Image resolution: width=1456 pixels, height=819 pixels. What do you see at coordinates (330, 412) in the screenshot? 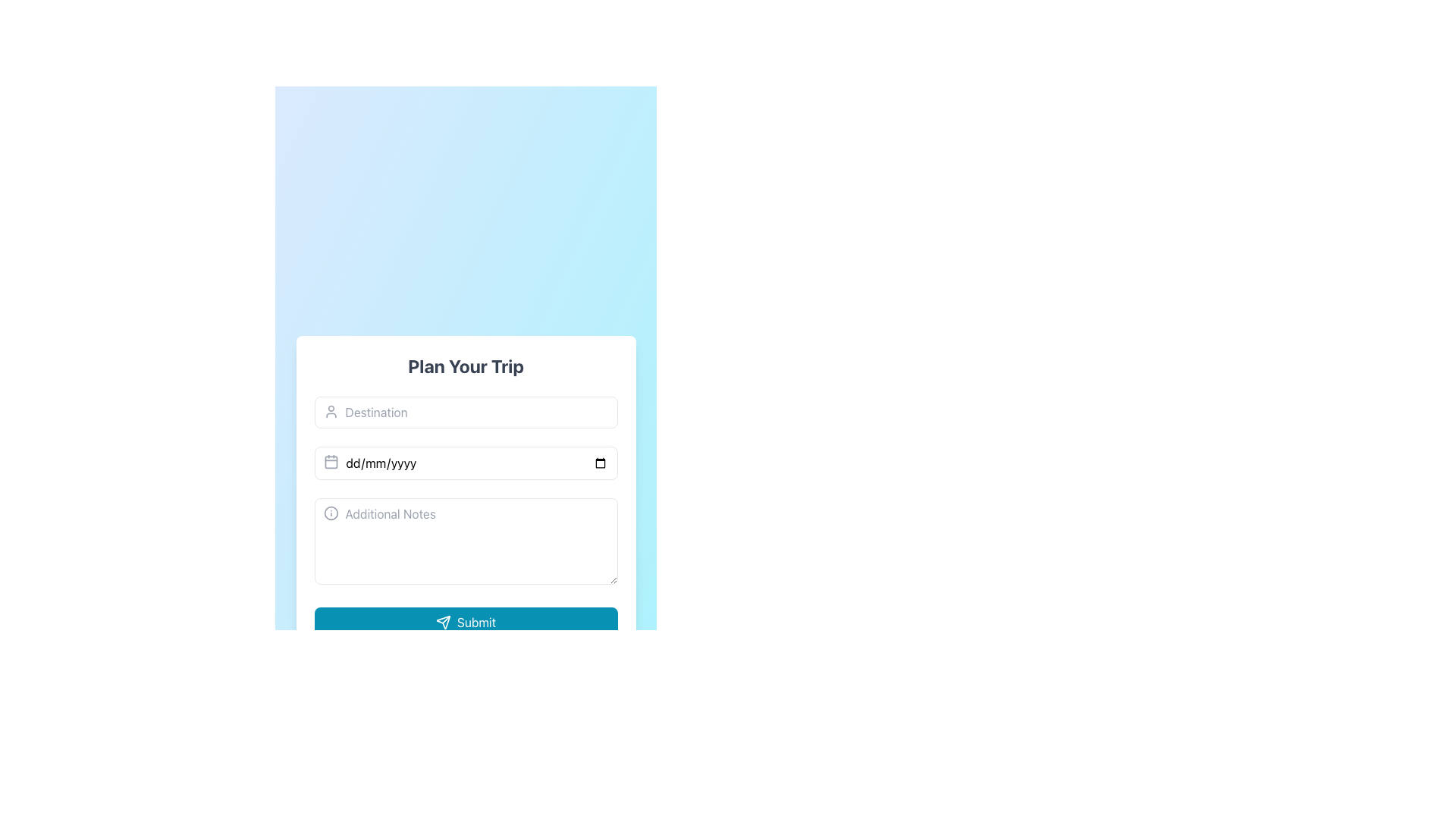
I see `the icon representing the input field for the 'Destination' text entry, which is positioned to the left of the text input field in the first row of the form` at bounding box center [330, 412].